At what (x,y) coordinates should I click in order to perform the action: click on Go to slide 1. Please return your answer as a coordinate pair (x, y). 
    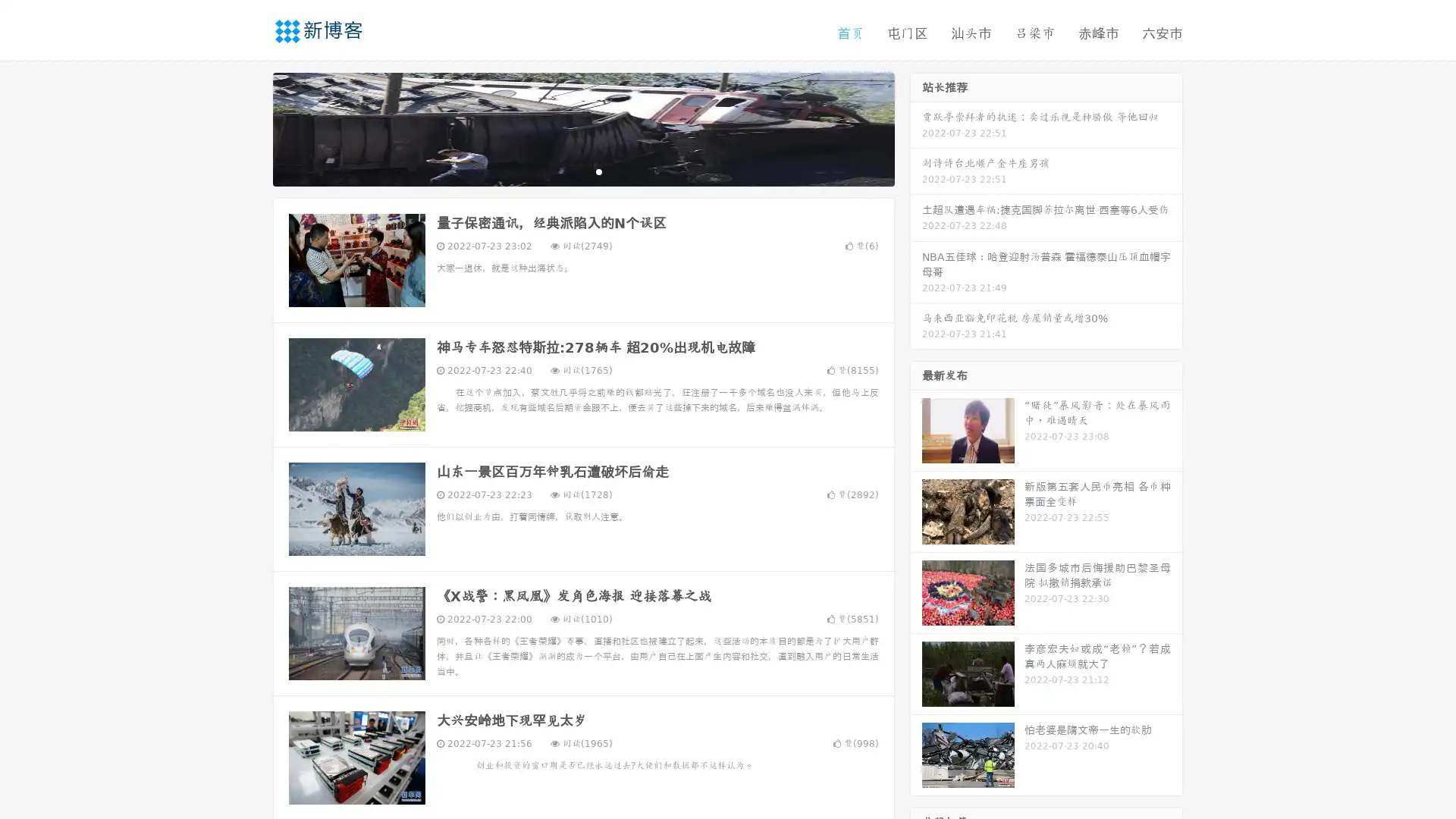
    Looking at the image, I should click on (567, 171).